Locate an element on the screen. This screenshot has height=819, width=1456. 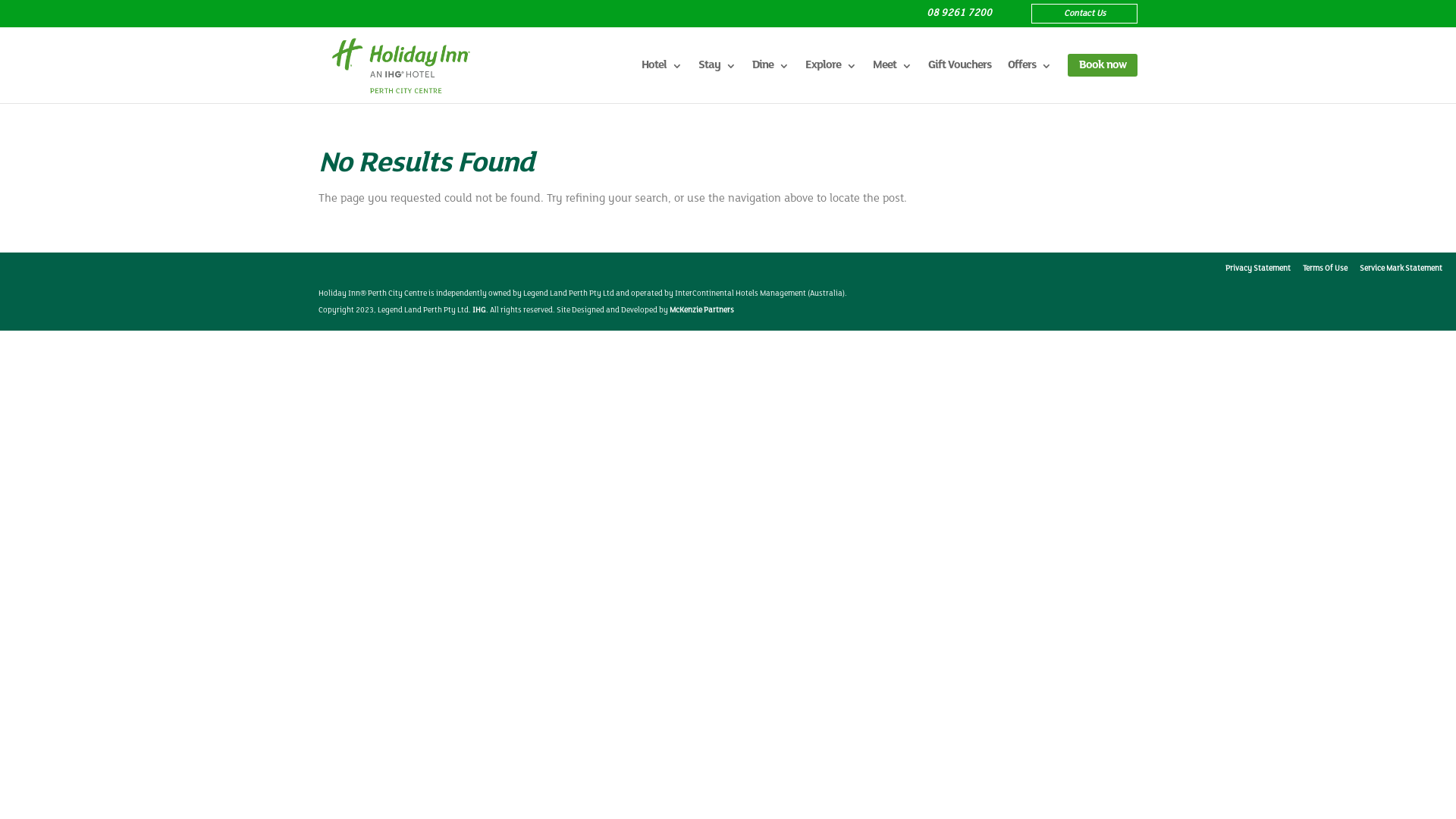
'Hotel' is located at coordinates (661, 76).